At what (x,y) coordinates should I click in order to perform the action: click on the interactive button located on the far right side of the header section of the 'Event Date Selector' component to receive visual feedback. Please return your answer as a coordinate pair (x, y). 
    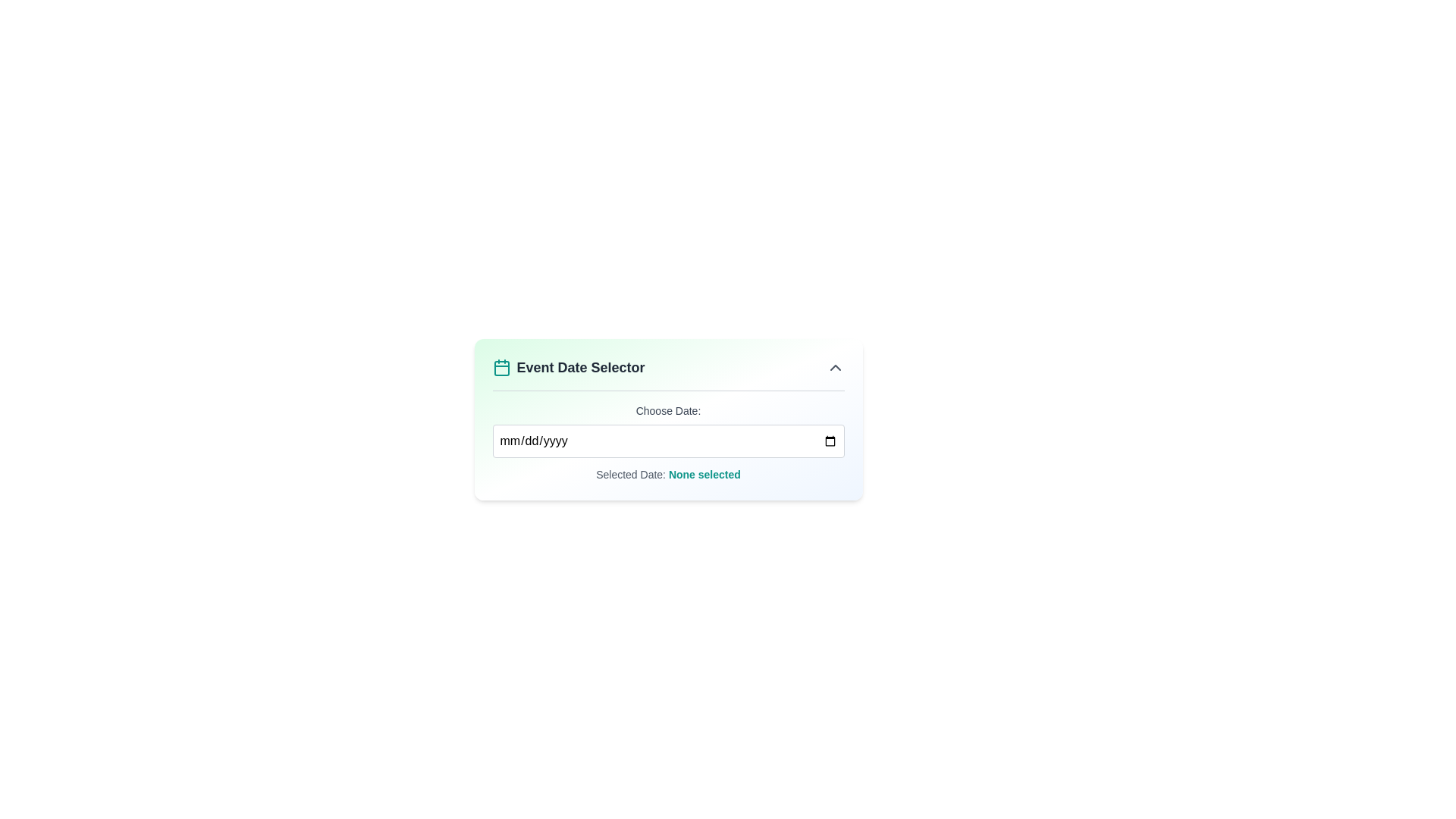
    Looking at the image, I should click on (834, 368).